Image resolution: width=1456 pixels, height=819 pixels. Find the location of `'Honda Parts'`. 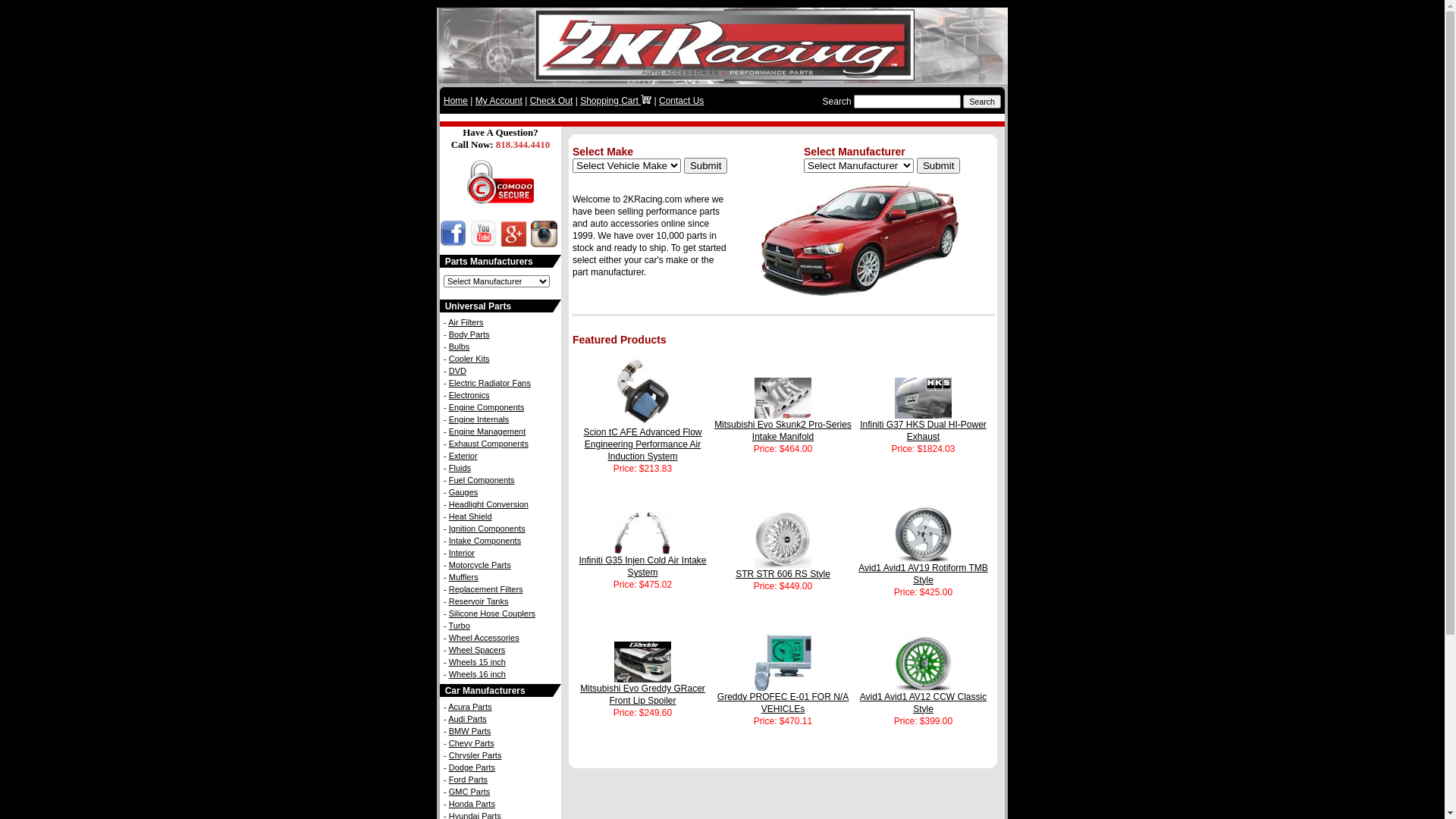

'Honda Parts' is located at coordinates (447, 803).